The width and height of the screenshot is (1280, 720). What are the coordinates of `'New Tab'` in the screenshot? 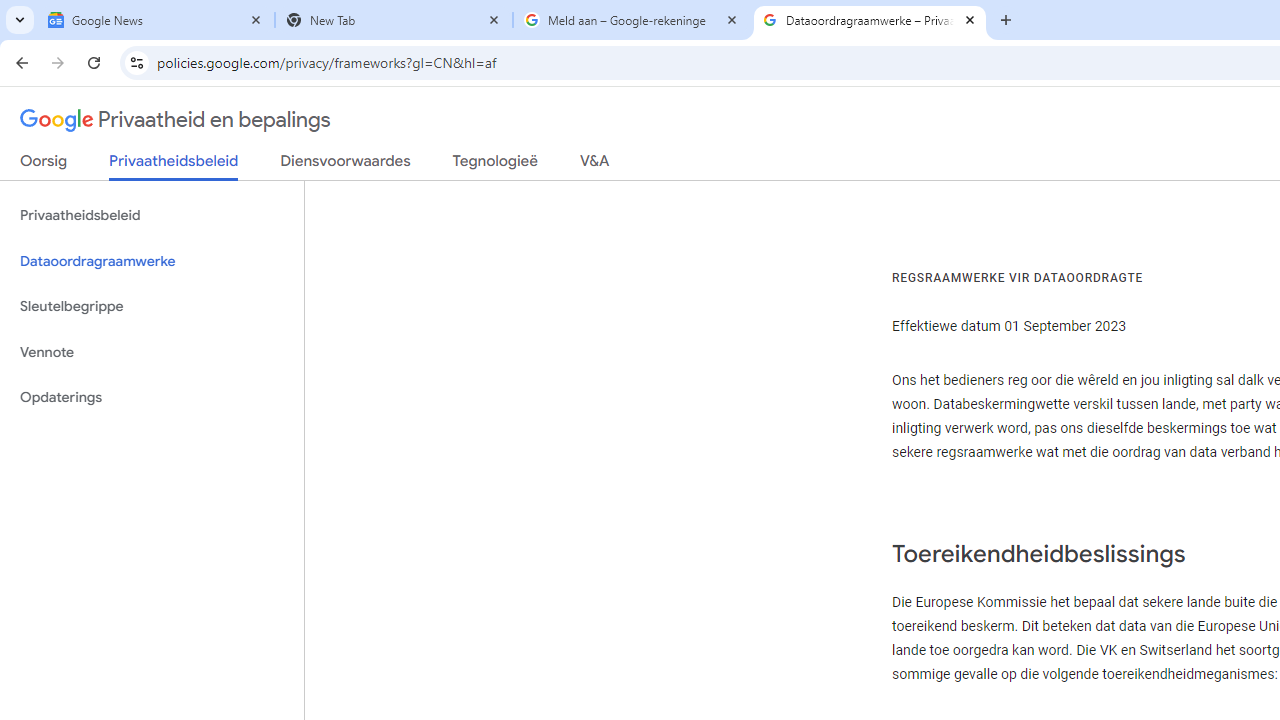 It's located at (394, 20).